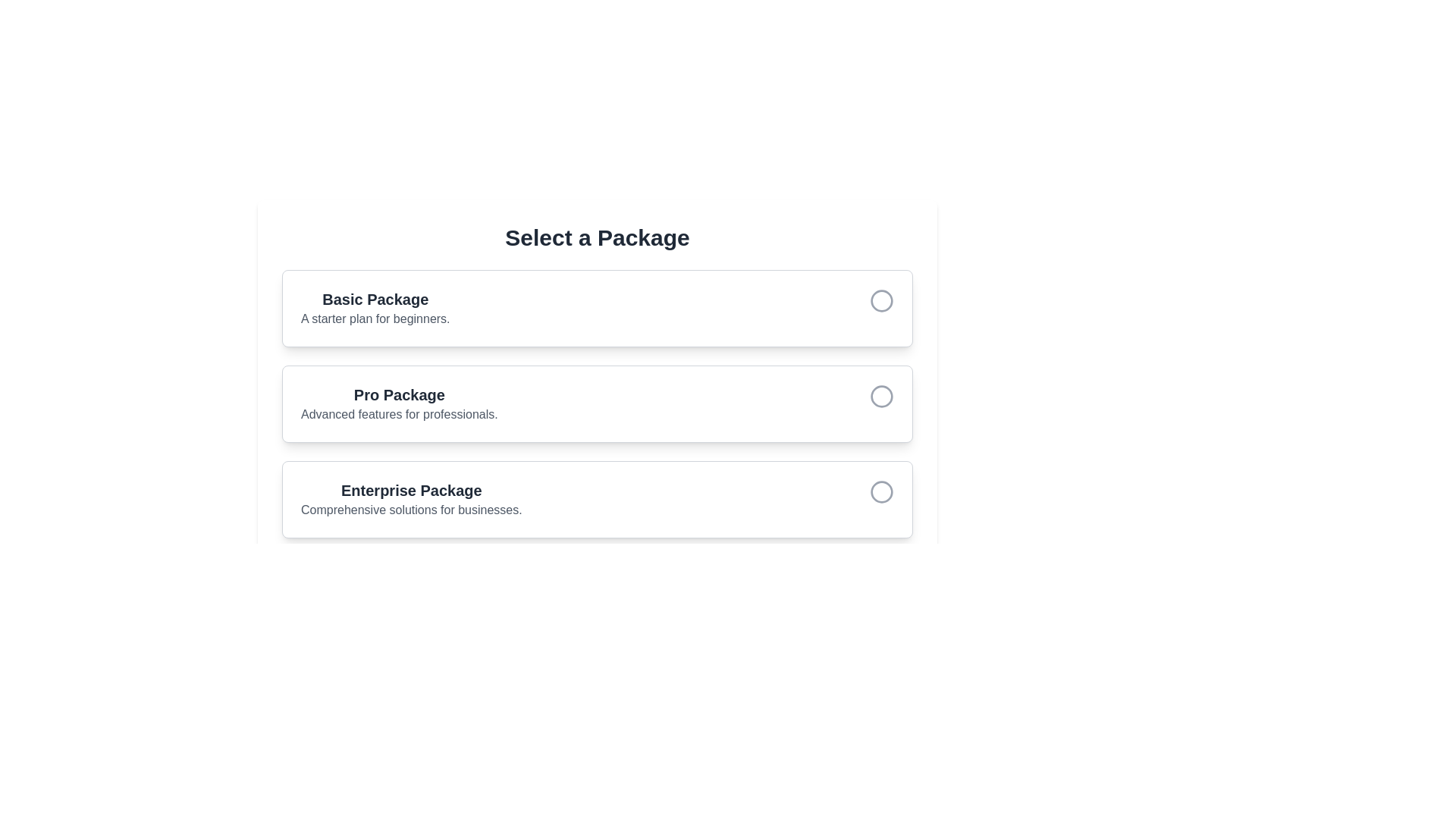  What do you see at coordinates (881, 301) in the screenshot?
I see `the circular radio button indicator for the 'Basic Package' item` at bounding box center [881, 301].